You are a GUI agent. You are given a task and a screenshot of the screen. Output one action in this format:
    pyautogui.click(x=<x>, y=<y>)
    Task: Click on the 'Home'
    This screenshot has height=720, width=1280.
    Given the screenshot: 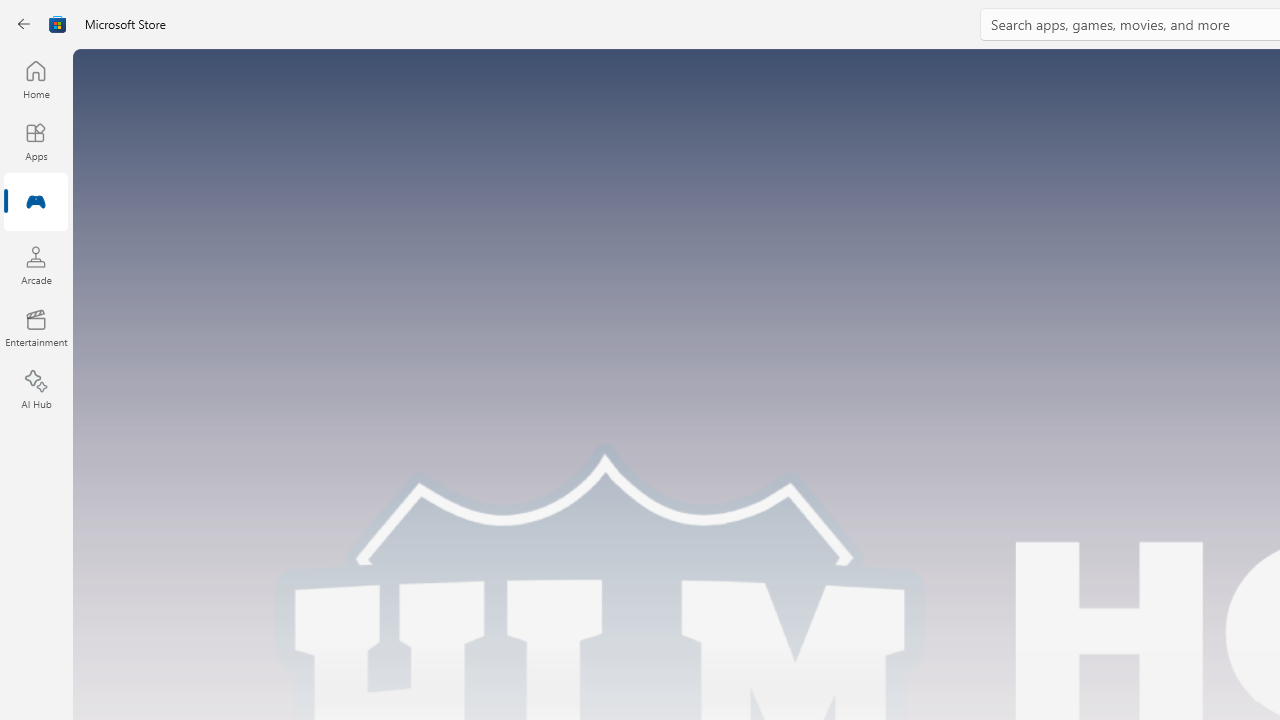 What is the action you would take?
    pyautogui.click(x=35, y=78)
    